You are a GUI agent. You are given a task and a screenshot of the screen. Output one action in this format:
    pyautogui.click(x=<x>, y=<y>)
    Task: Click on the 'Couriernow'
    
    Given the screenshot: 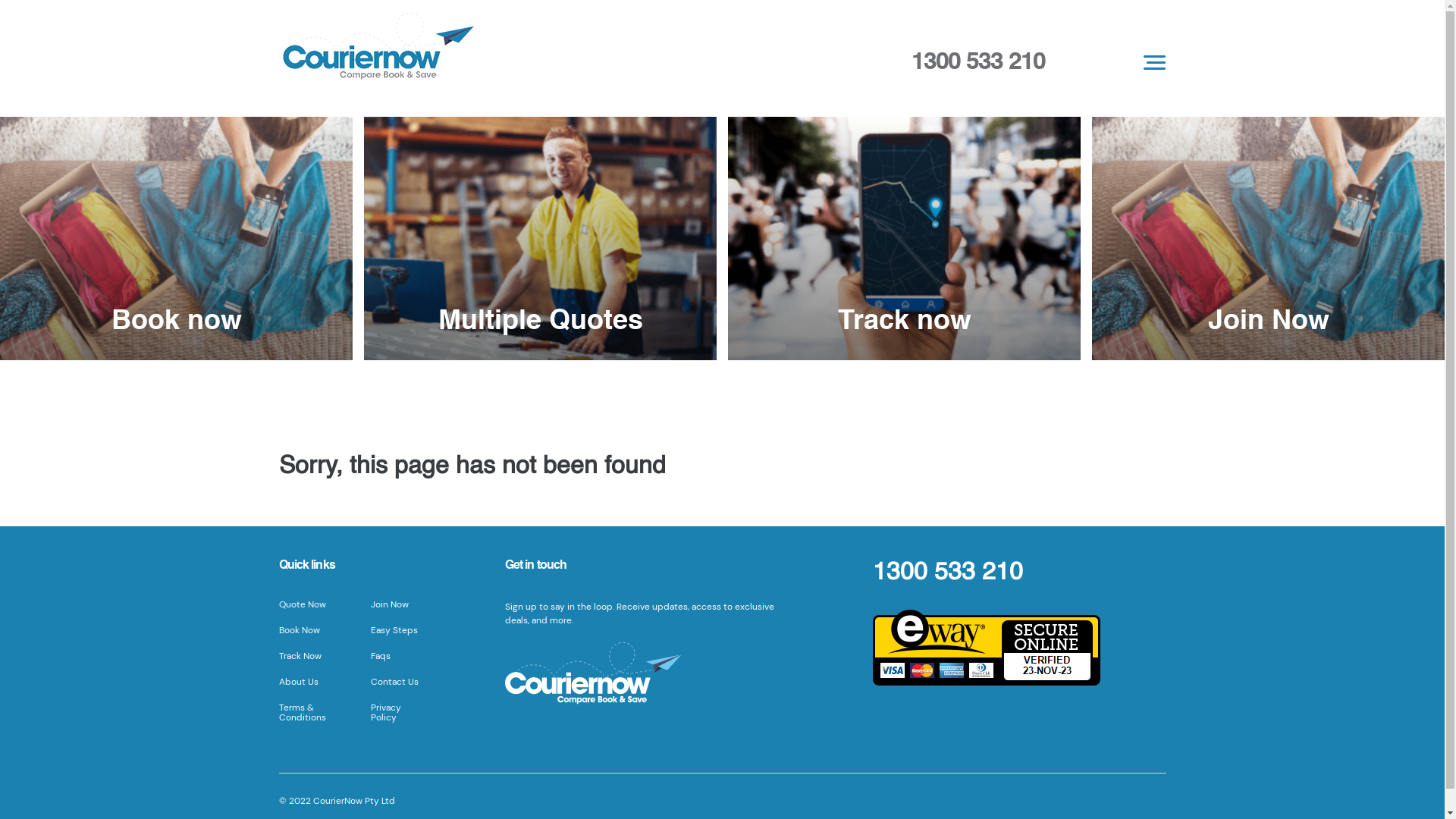 What is the action you would take?
    pyautogui.click(x=541, y=49)
    